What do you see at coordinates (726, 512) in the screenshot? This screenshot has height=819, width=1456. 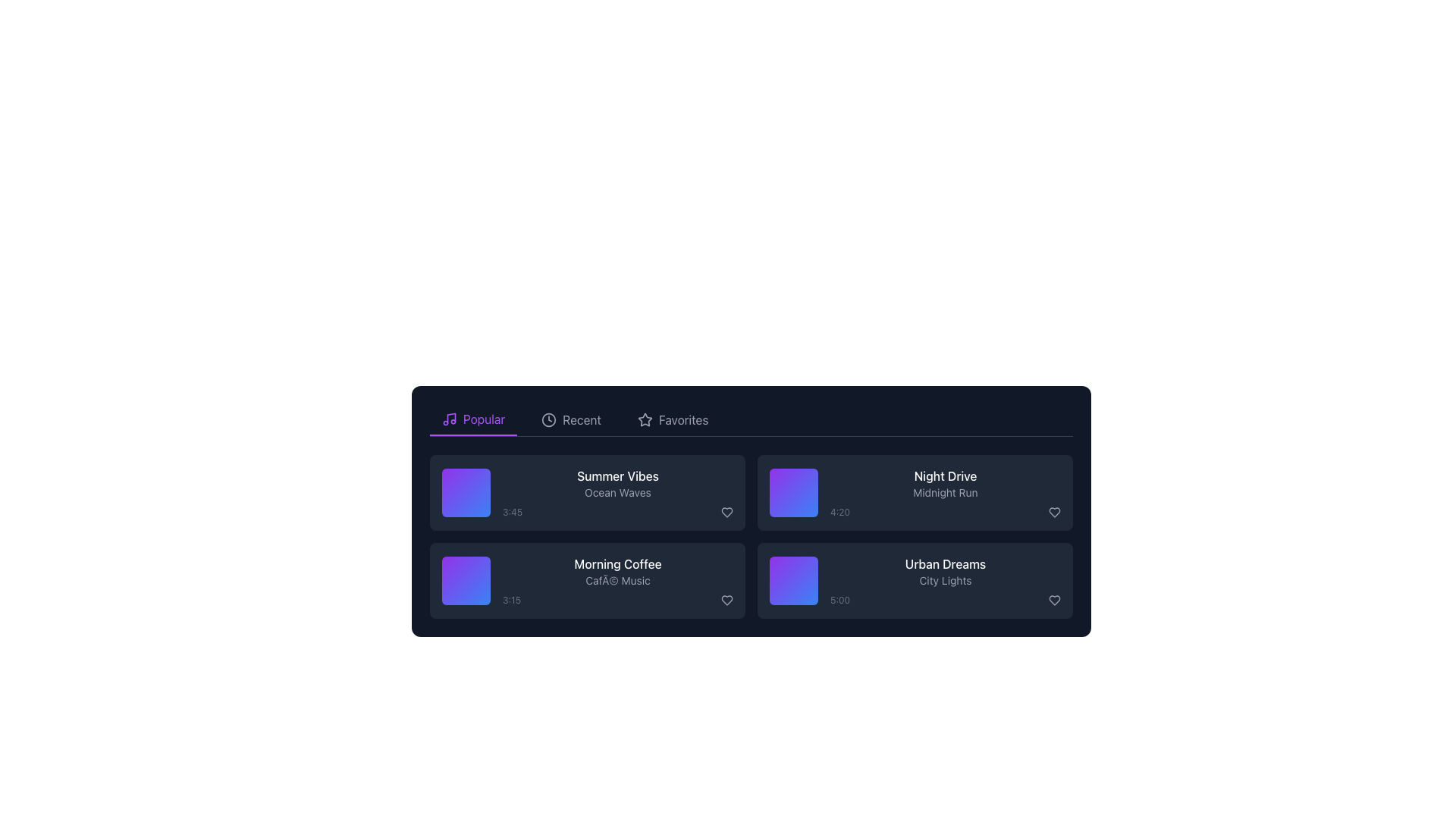 I see `the favorite button icon` at bounding box center [726, 512].